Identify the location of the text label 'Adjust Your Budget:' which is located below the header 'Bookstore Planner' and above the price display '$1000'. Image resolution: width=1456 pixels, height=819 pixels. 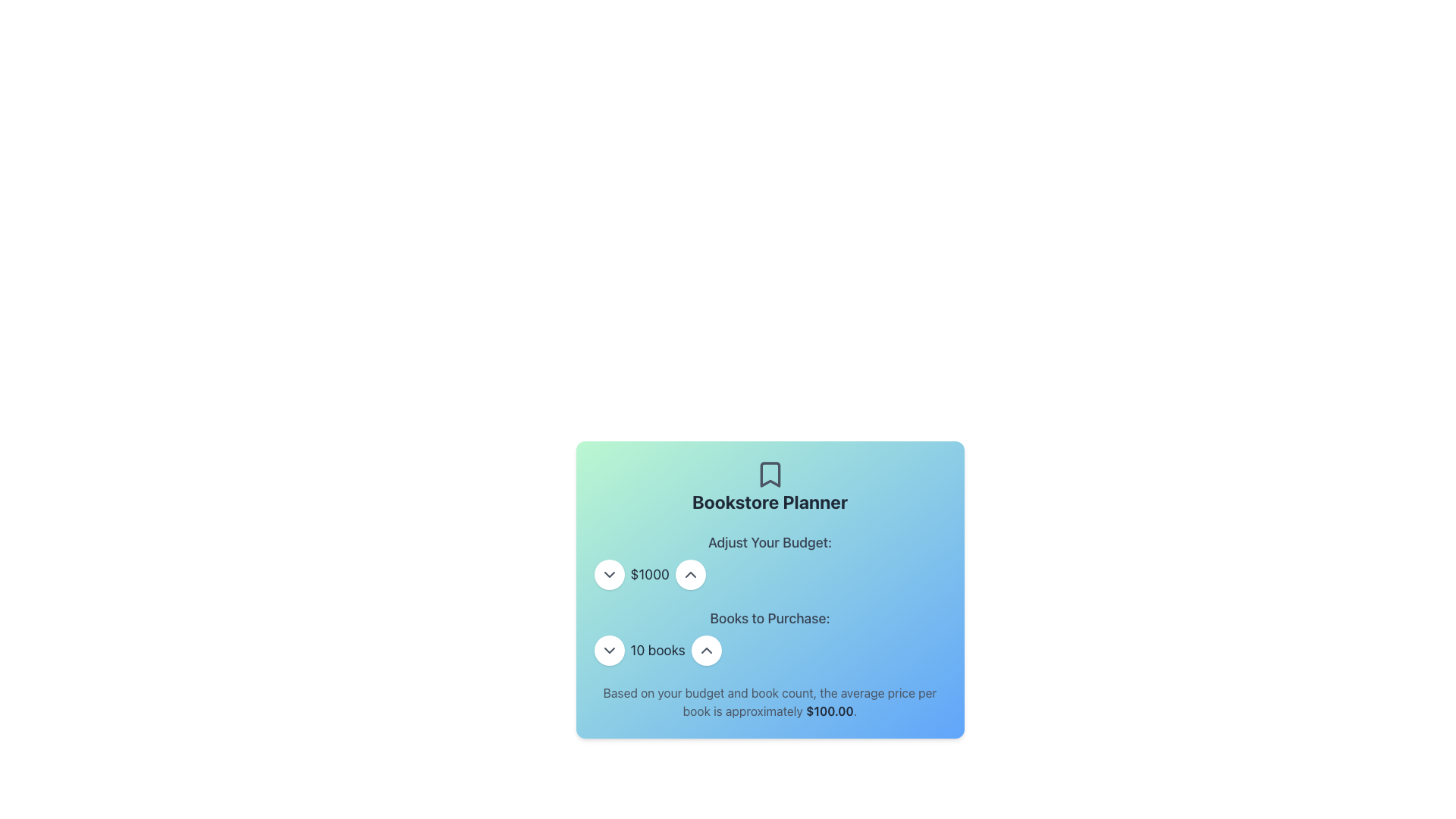
(770, 542).